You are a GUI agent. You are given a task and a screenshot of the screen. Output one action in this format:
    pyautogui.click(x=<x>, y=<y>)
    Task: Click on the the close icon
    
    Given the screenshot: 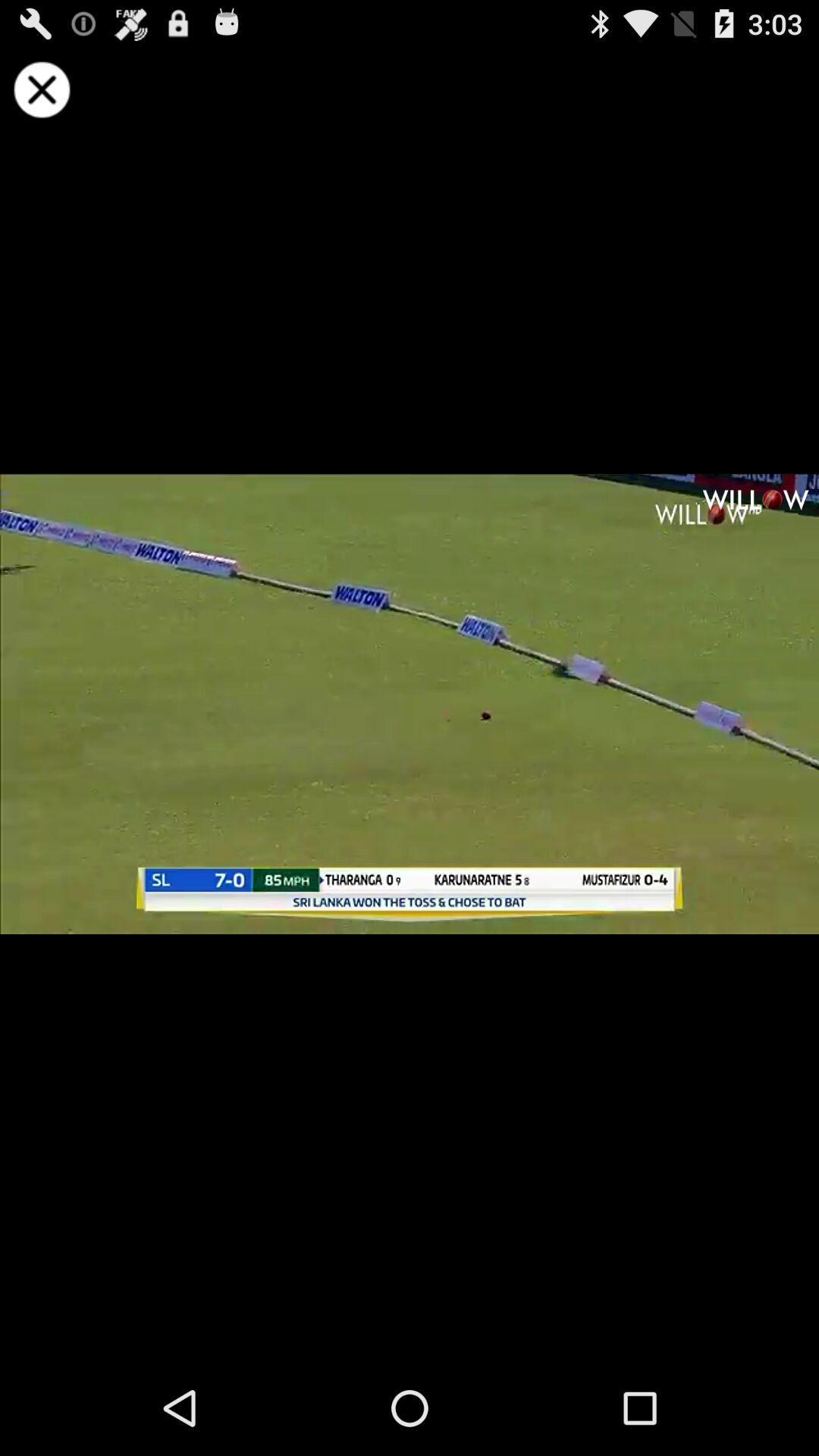 What is the action you would take?
    pyautogui.click(x=41, y=95)
    